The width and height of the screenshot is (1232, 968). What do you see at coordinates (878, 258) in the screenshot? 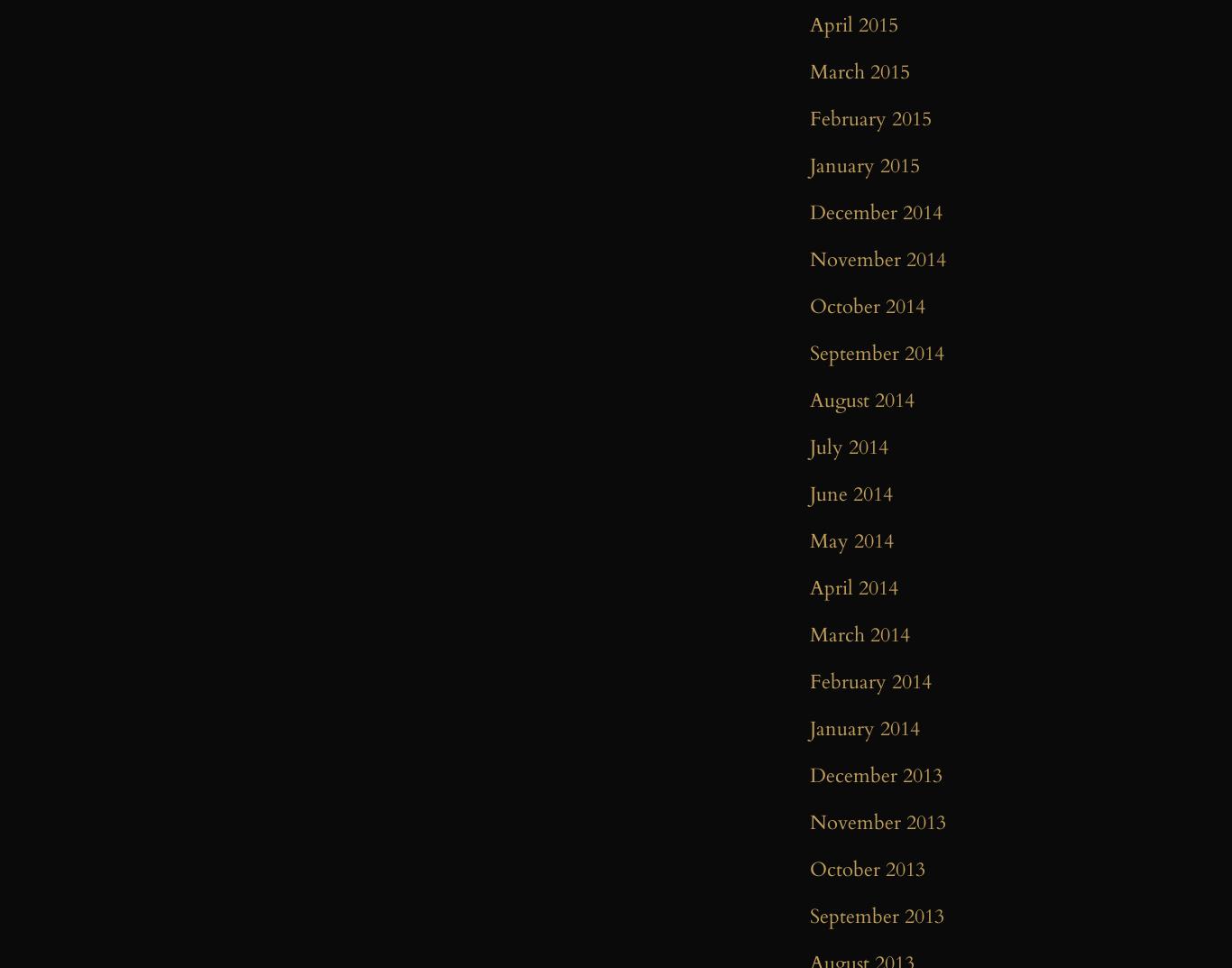
I see `'November 2014'` at bounding box center [878, 258].